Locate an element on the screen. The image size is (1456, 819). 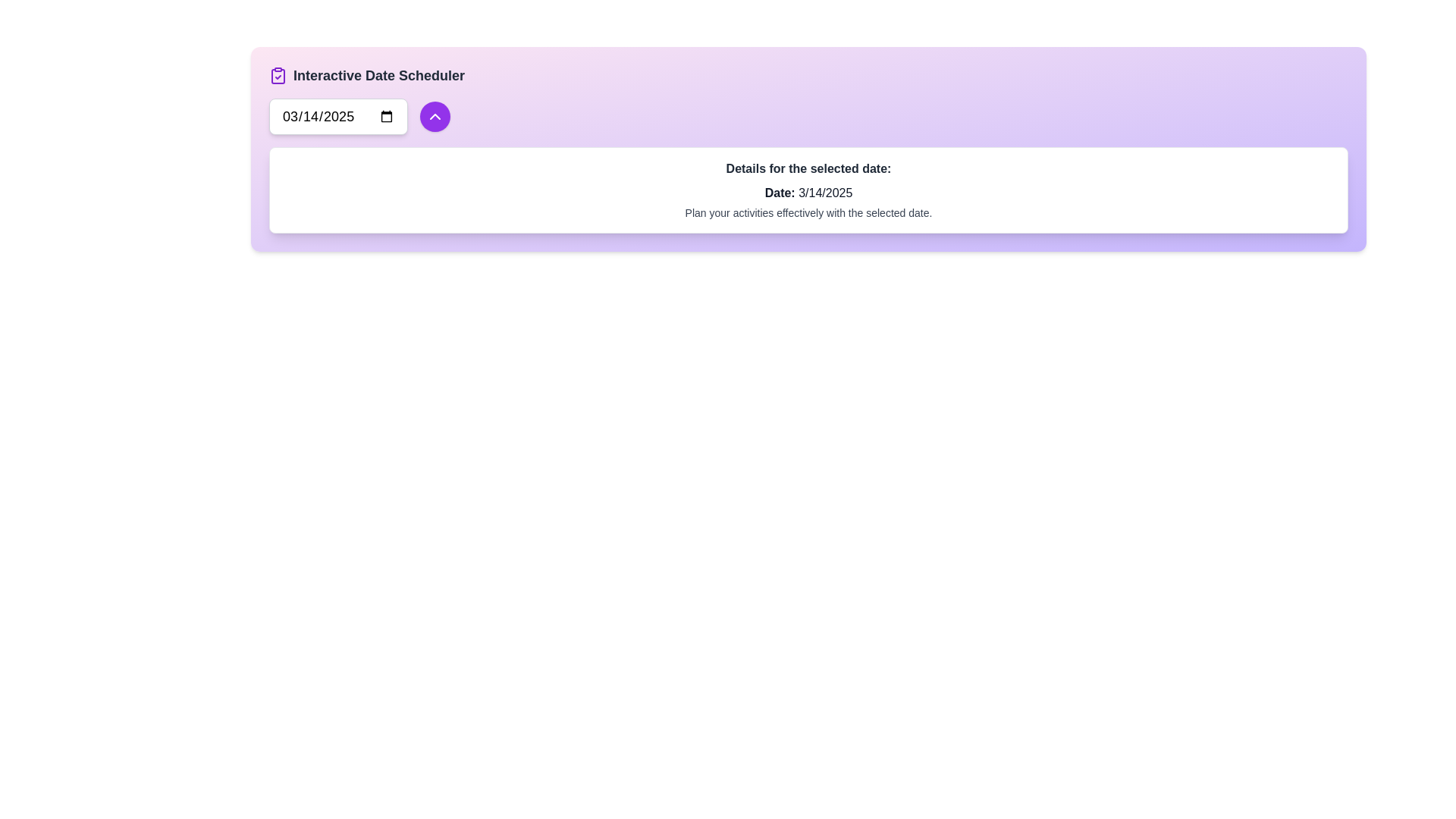
the text label displaying 'Date: 3/14/2025', which is located below the heading 'Details for the selected date:' and above the phrase 'Plan your activities effectively with the selected date.' is located at coordinates (808, 192).